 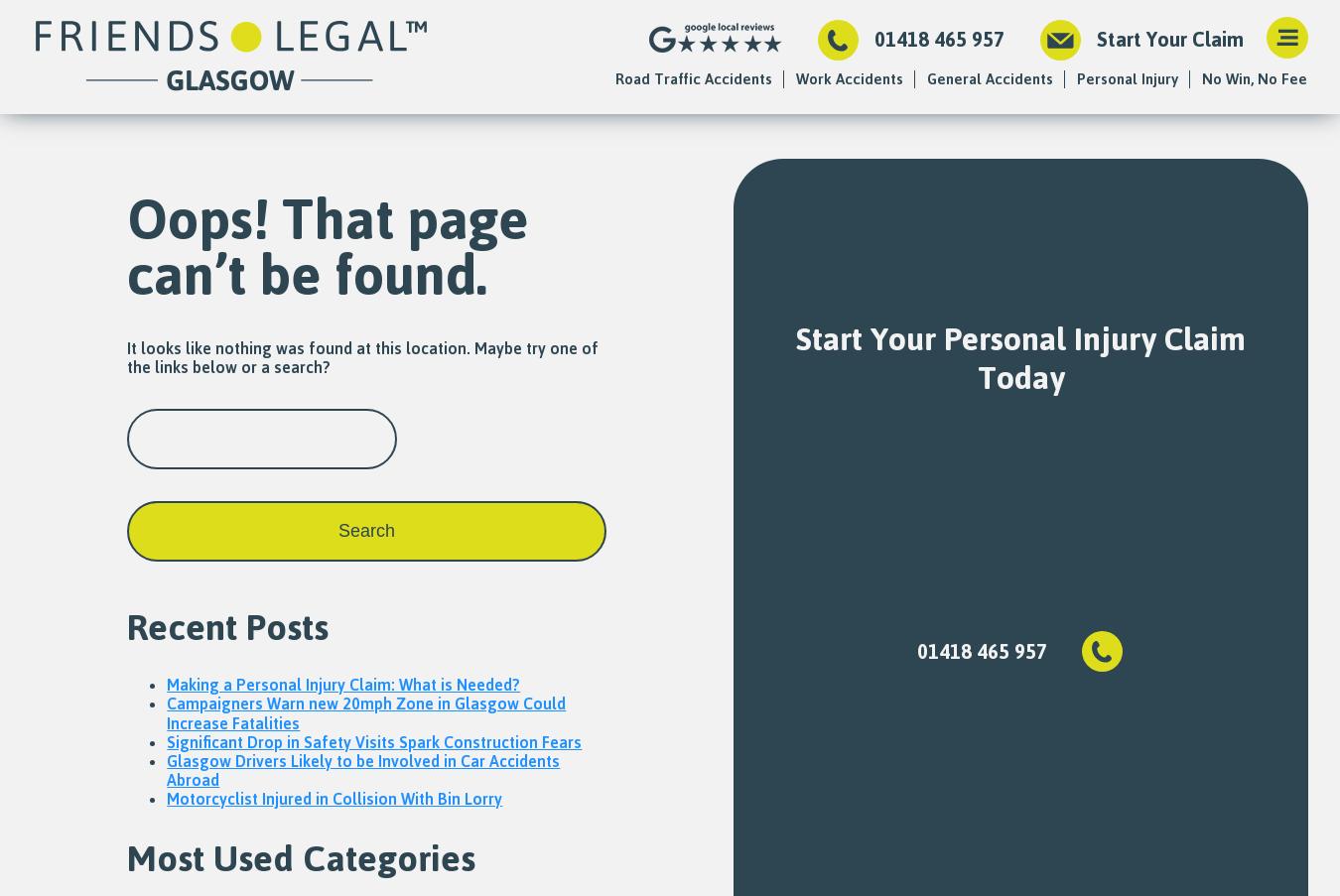 I want to click on 'Fatal Accidents', so click(x=1108, y=116).